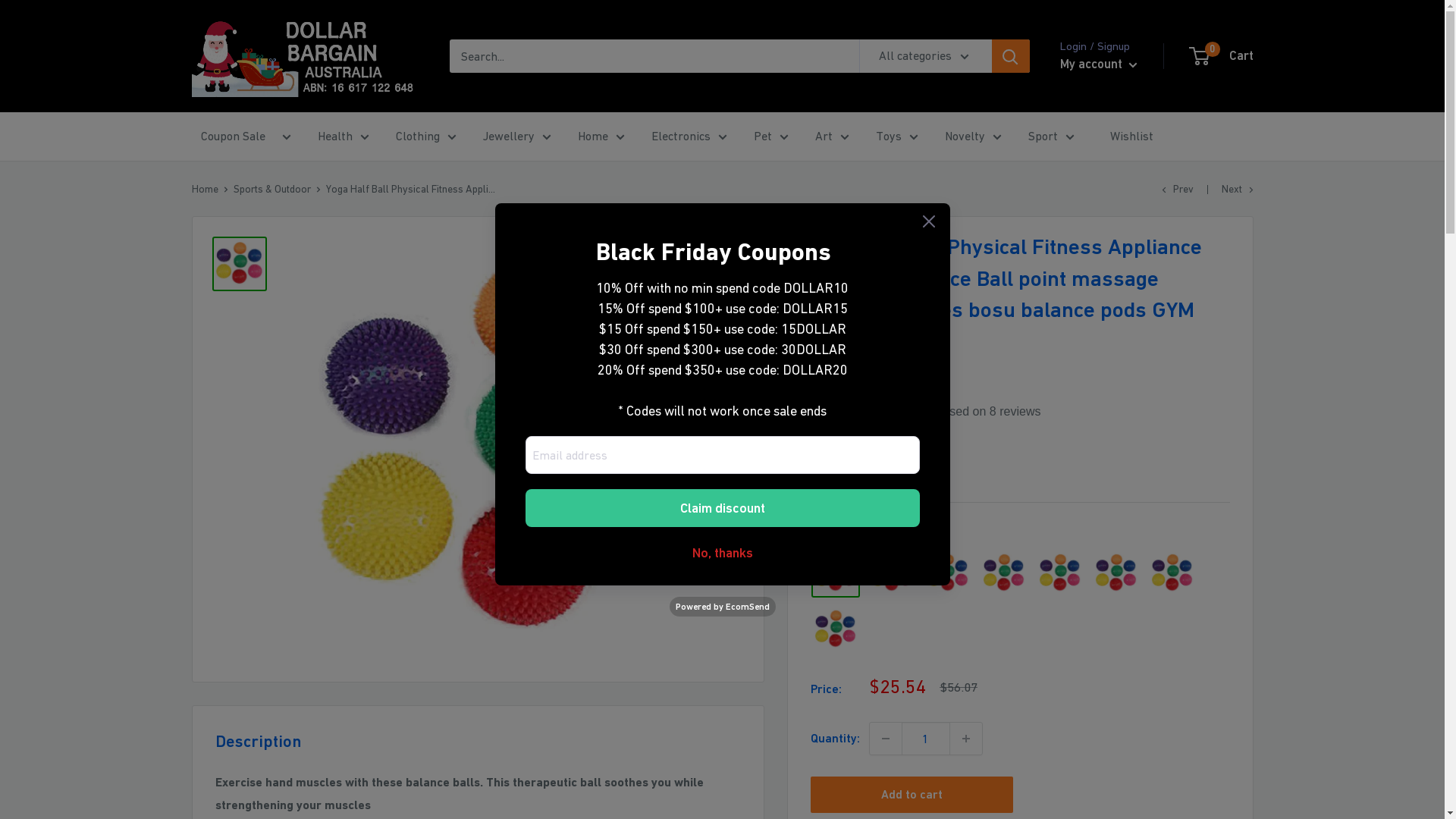 This screenshot has height=819, width=1456. Describe the element at coordinates (203, 188) in the screenshot. I see `'Home'` at that location.